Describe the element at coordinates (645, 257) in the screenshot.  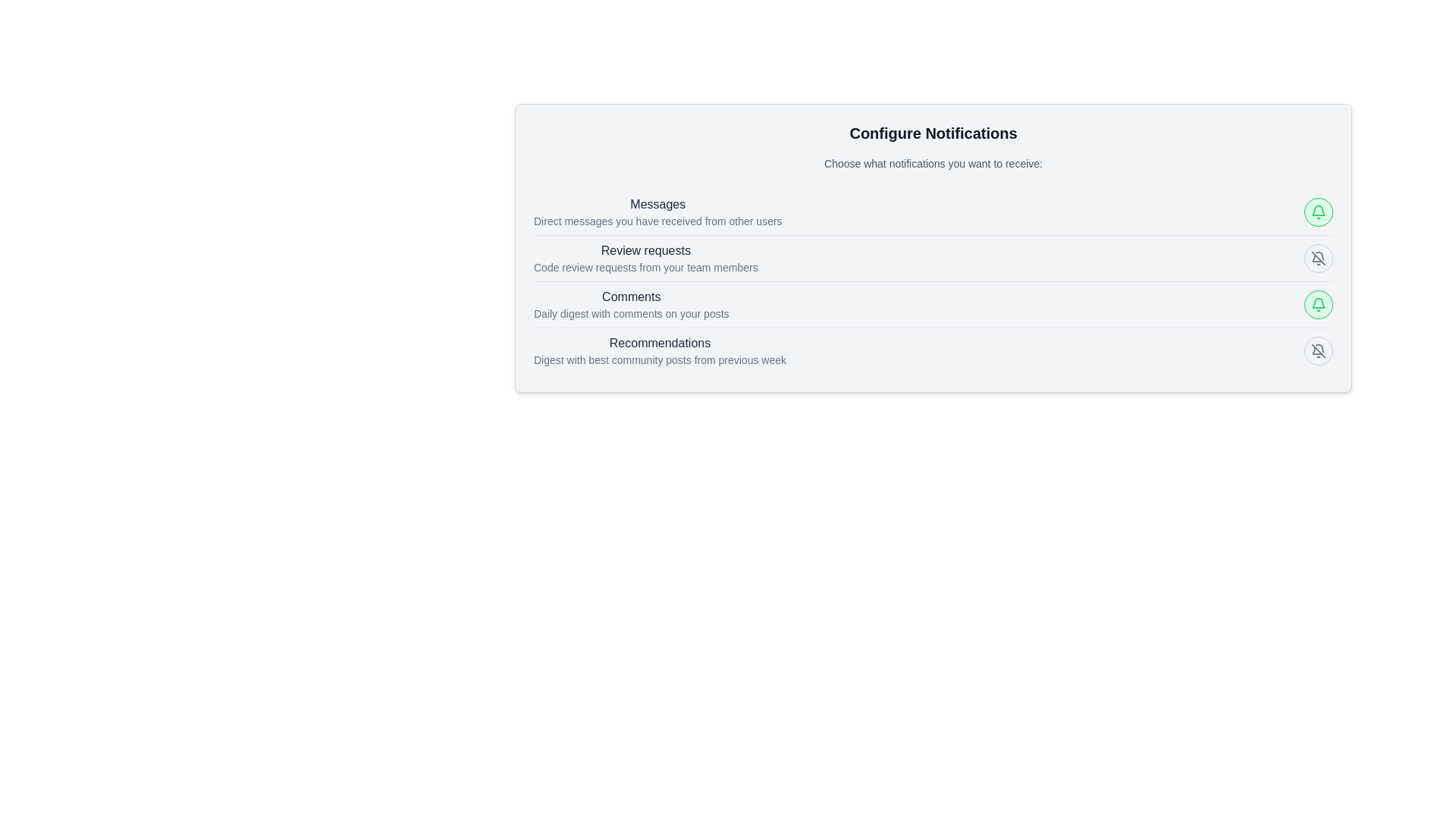
I see `text displayed in the selectable category for code review notifications located in the notification settings panel, positioned as the second item under 'Configure Notifications'` at that location.